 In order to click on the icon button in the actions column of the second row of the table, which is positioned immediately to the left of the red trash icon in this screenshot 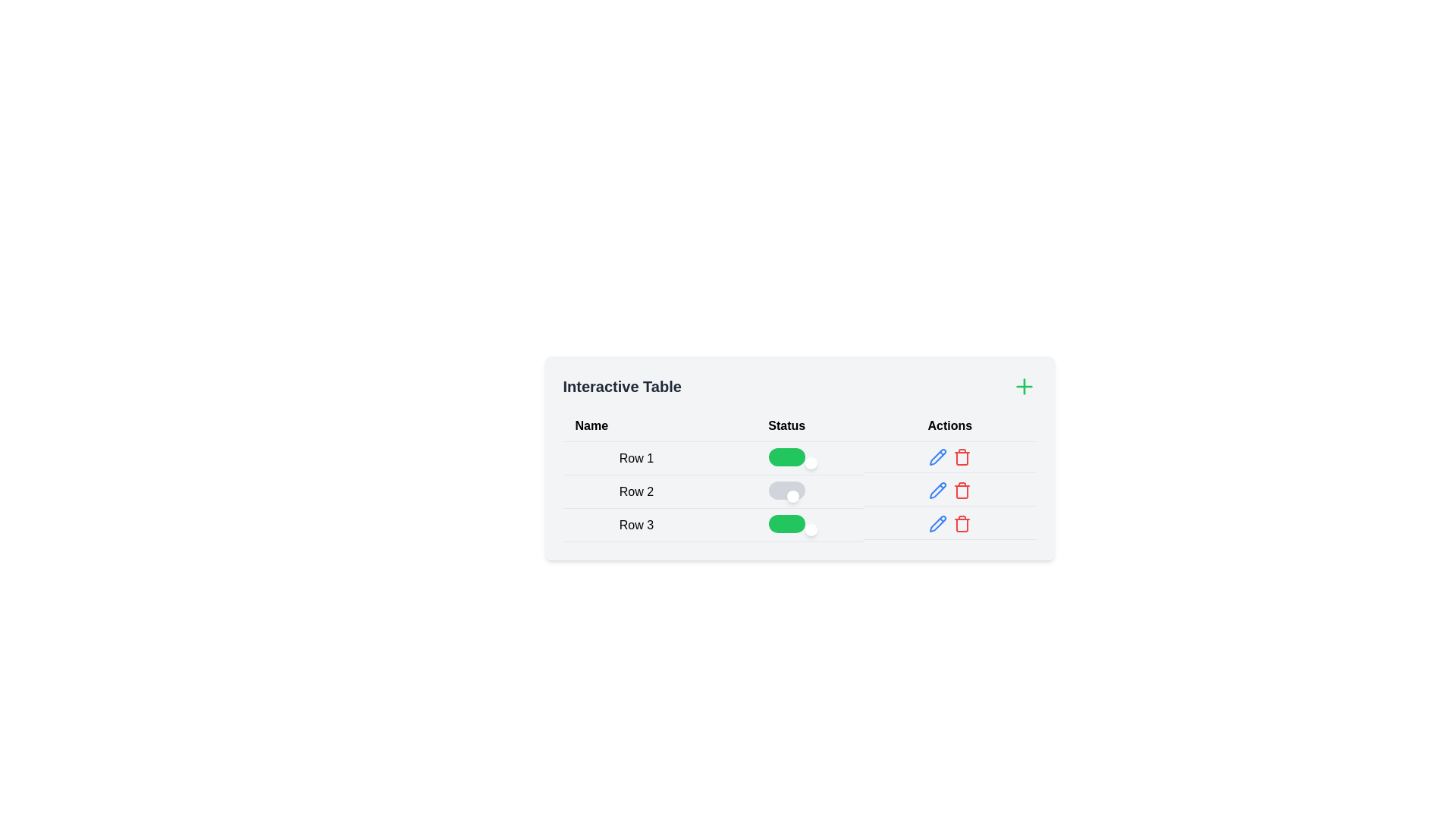, I will do `click(937, 456)`.